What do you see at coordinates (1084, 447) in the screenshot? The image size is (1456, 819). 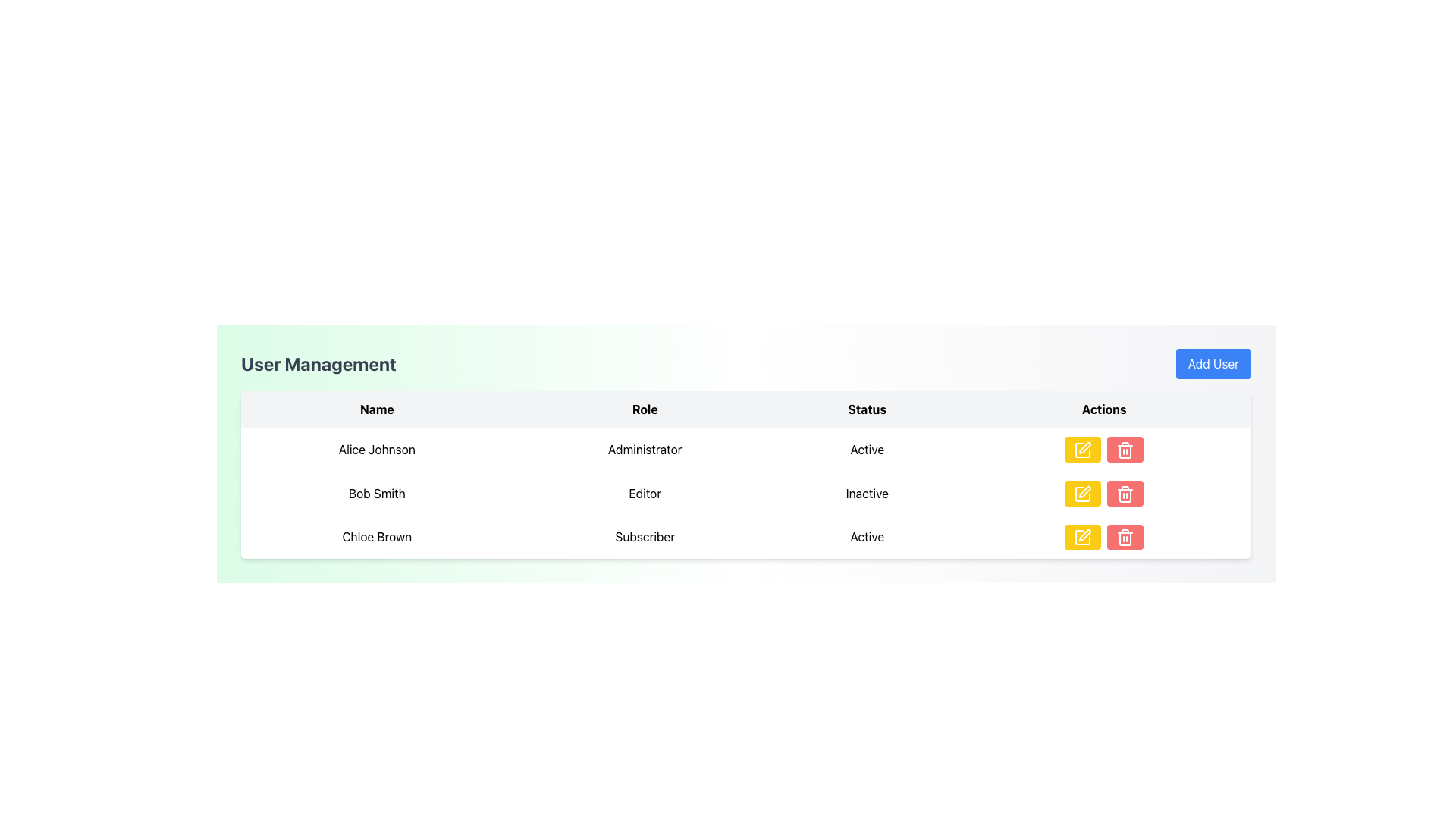 I see `the edit icon (yellow square with a pen symbol) in the second column of action buttons for 'Bob Smith'` at bounding box center [1084, 447].